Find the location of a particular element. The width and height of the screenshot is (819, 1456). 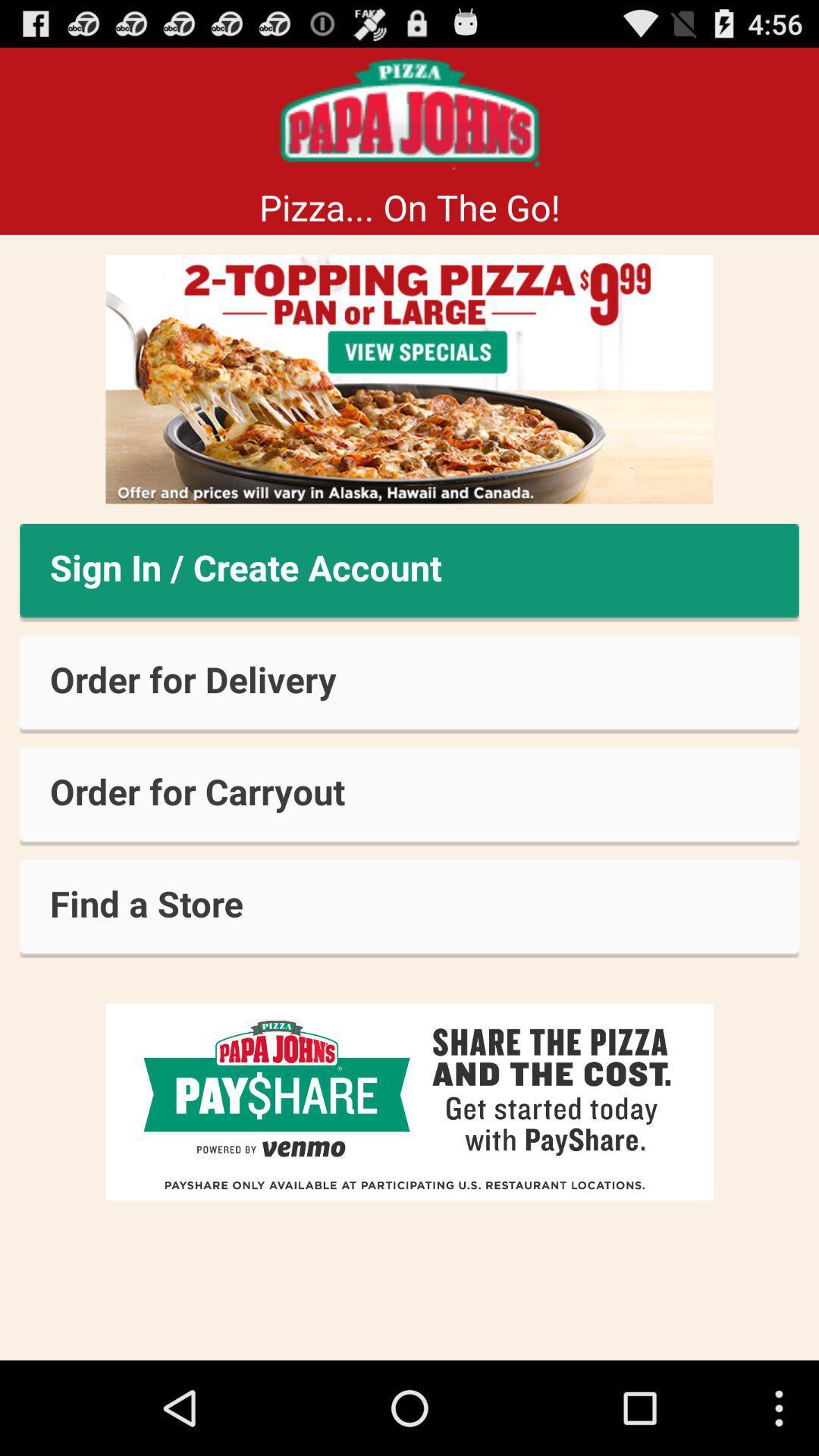

find a store is located at coordinates (409, 908).